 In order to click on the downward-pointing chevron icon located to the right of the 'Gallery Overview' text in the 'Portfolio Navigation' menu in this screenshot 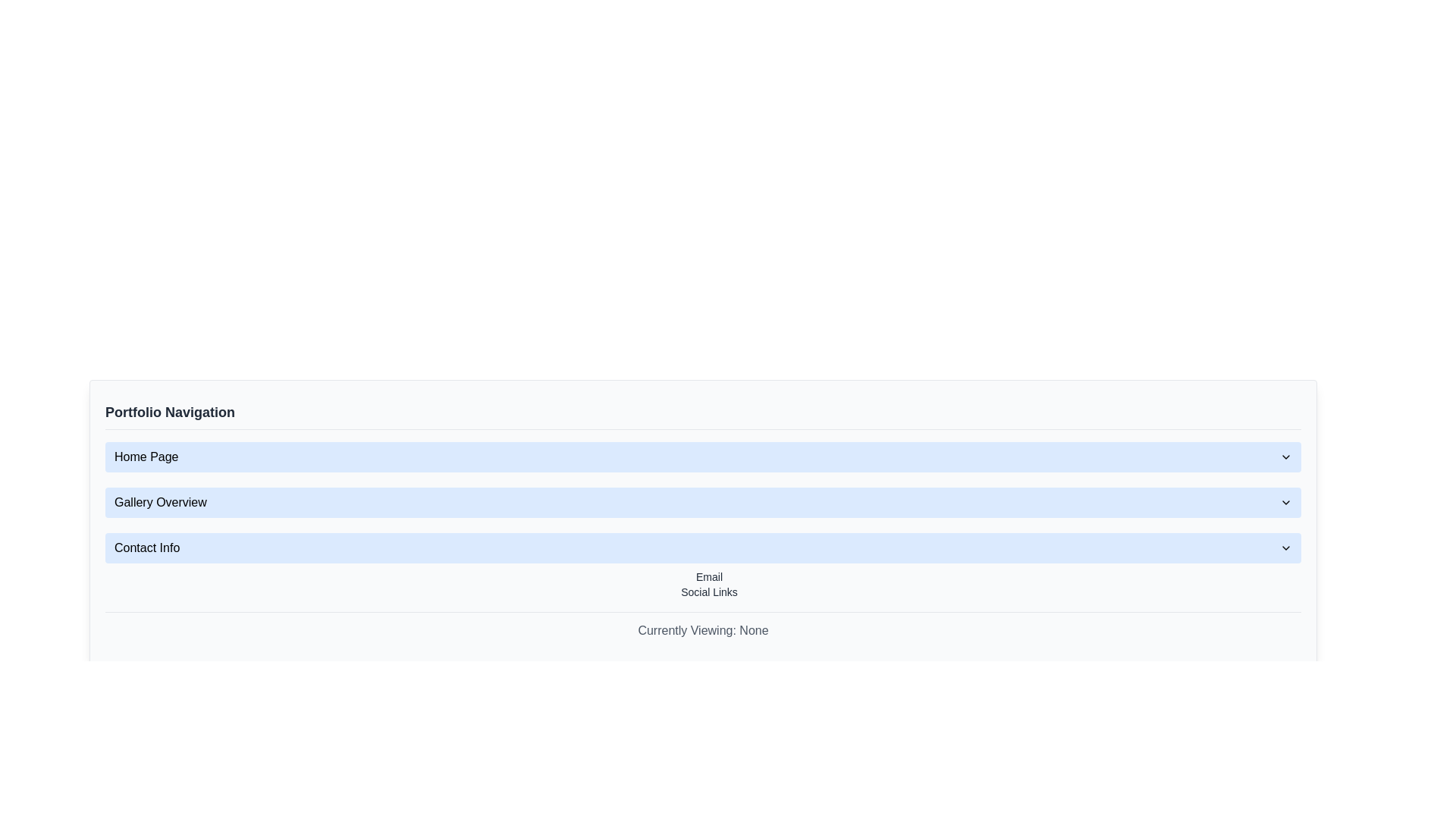, I will do `click(1285, 503)`.